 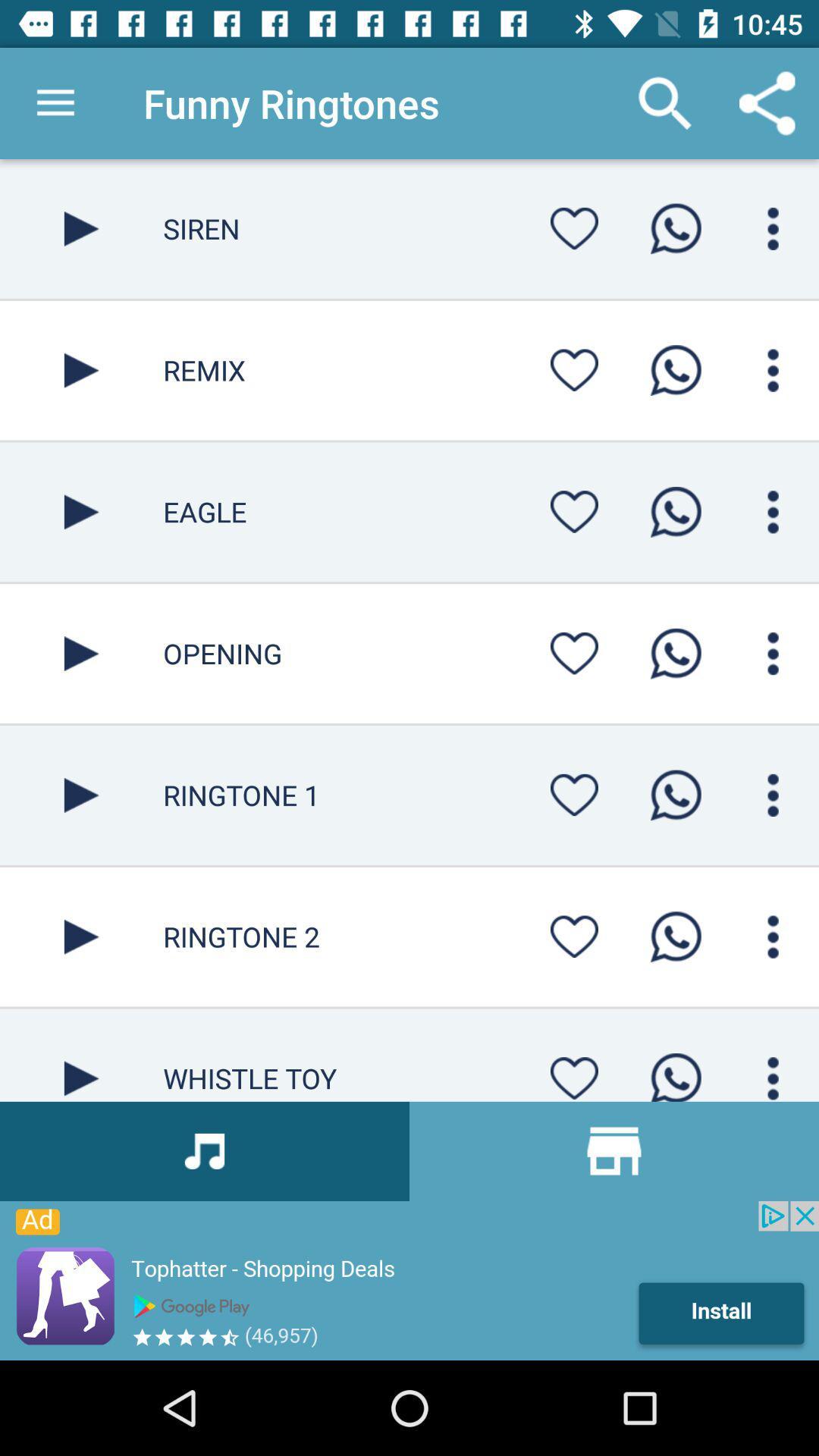 I want to click on click for opening, so click(x=773, y=654).